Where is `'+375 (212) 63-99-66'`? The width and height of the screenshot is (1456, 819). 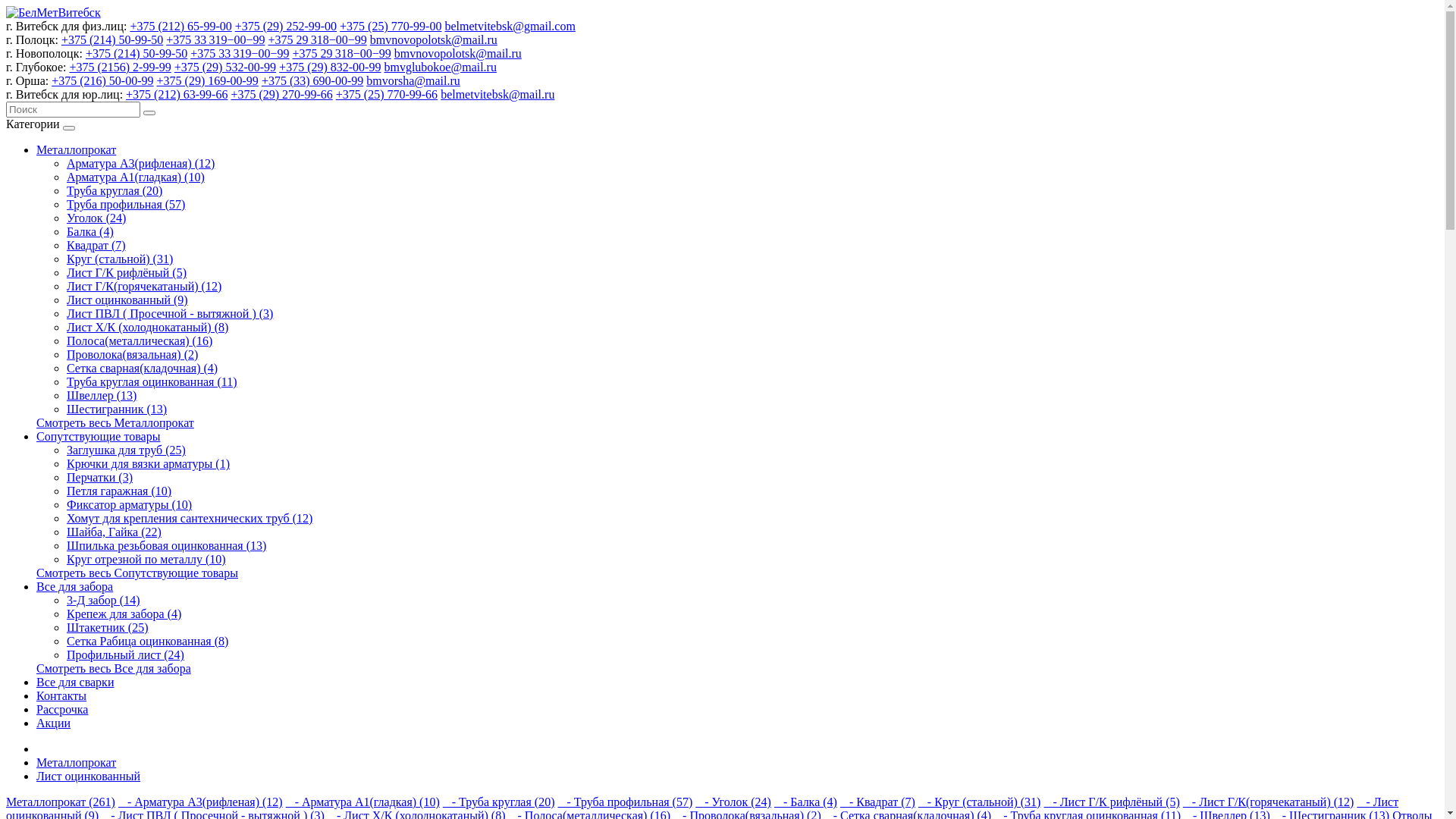 '+375 (212) 63-99-66' is located at coordinates (177, 94).